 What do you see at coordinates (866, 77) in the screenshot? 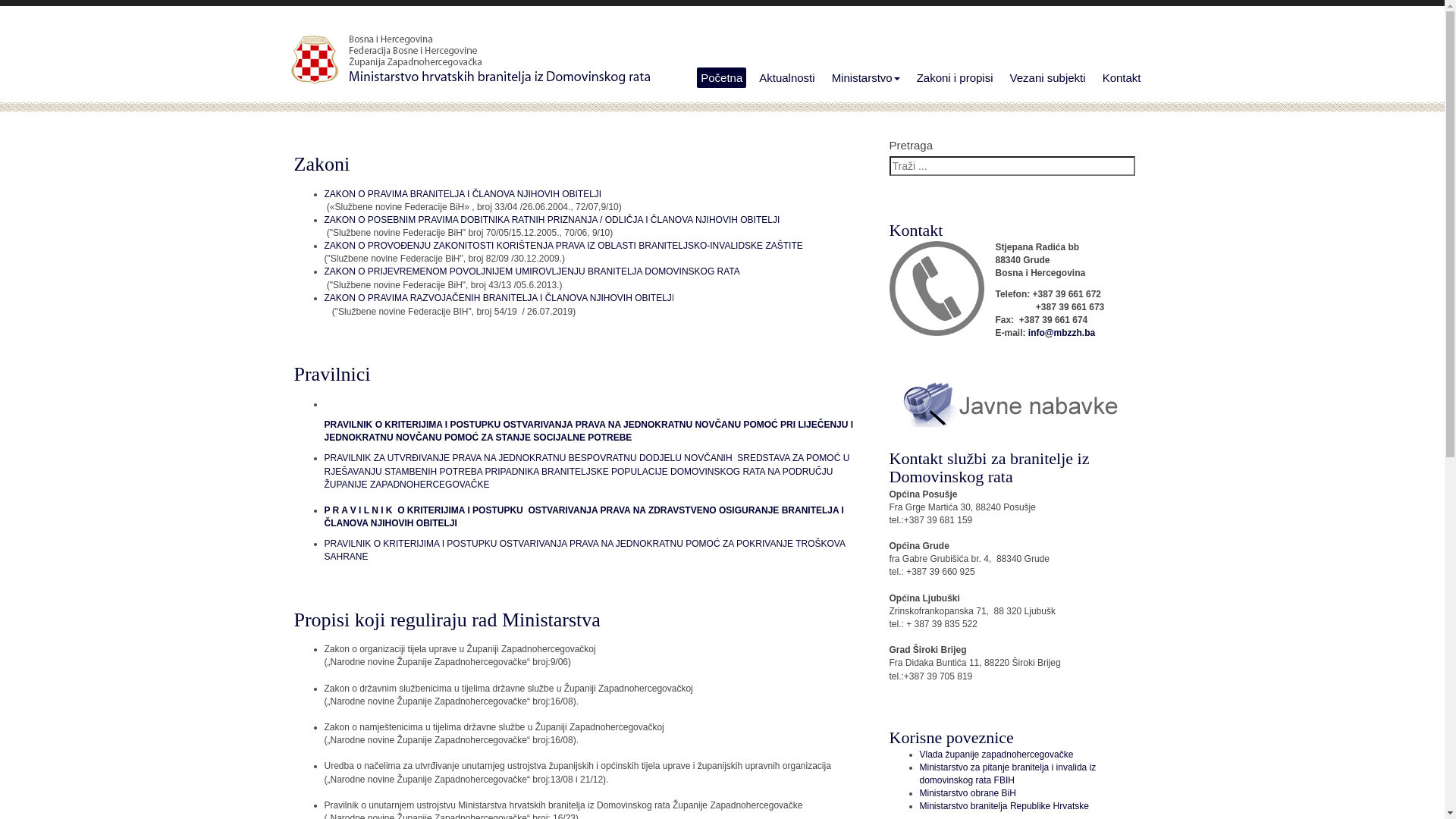
I see `'Ministarstvo'` at bounding box center [866, 77].